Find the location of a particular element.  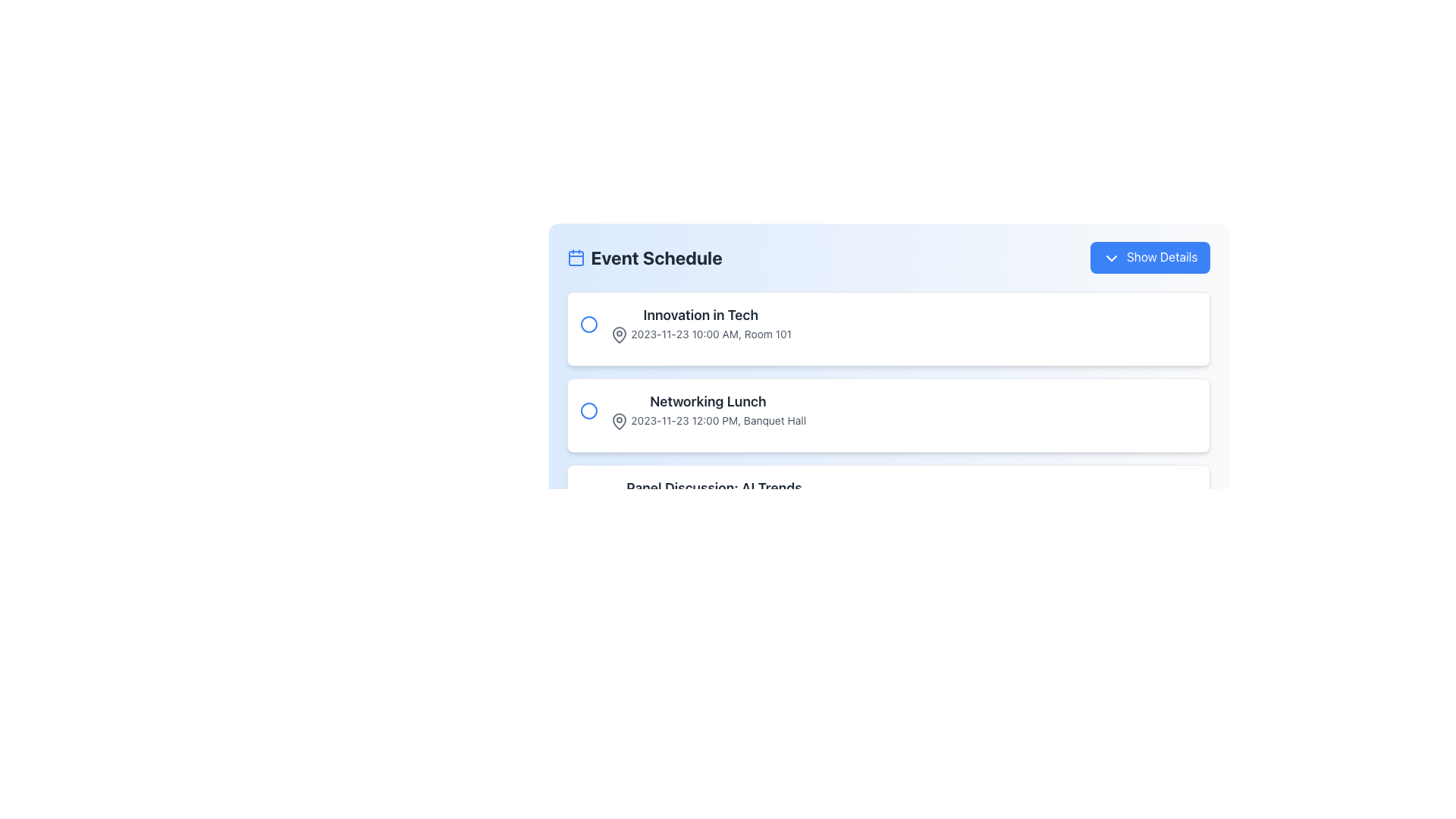

the second entry in the event schedule, located between 'Innovation in Tech' and 'Panel Discussion: AI Trends', for more details is located at coordinates (888, 389).